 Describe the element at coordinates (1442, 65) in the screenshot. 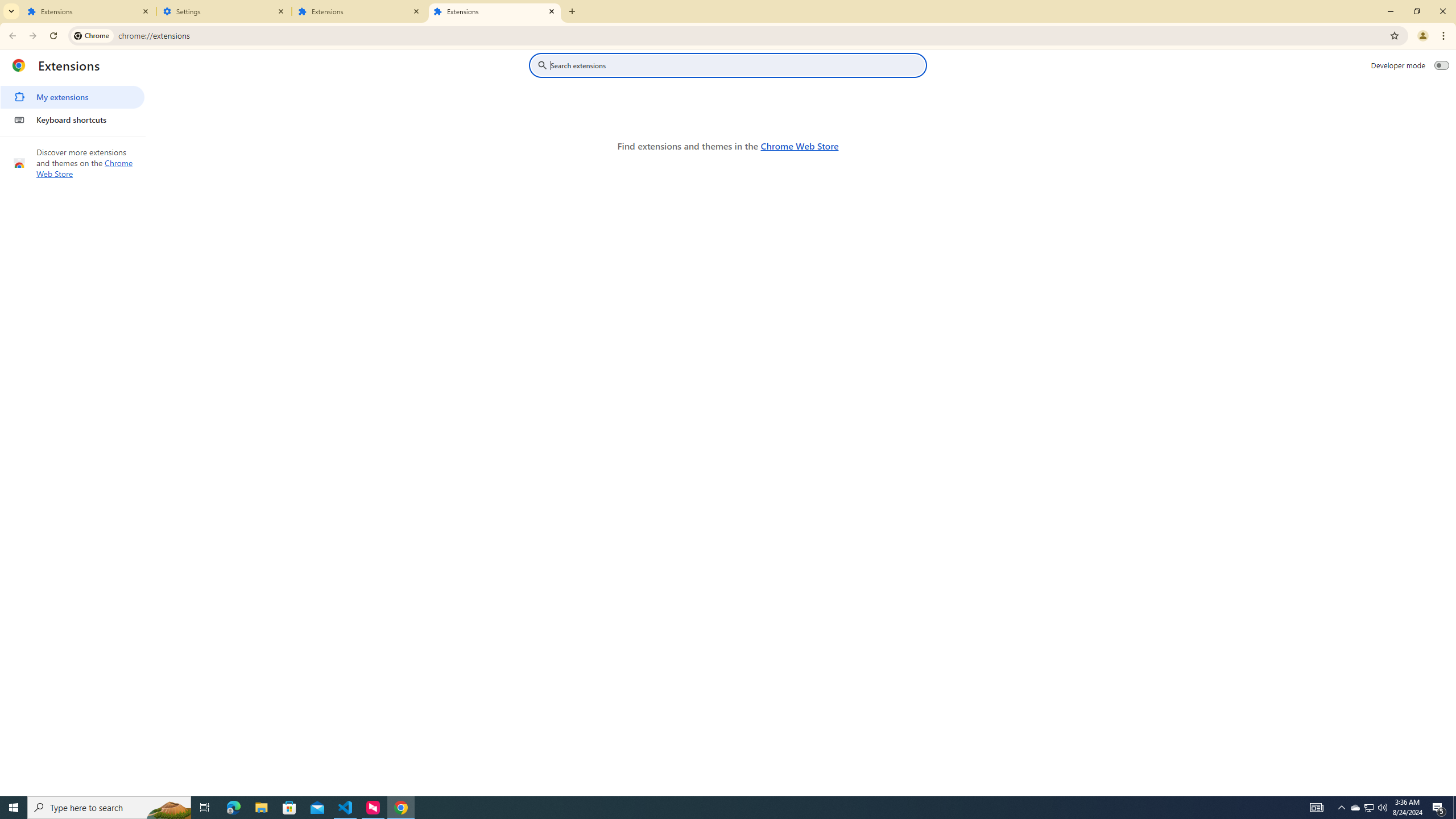

I see `'Developer mode'` at that location.